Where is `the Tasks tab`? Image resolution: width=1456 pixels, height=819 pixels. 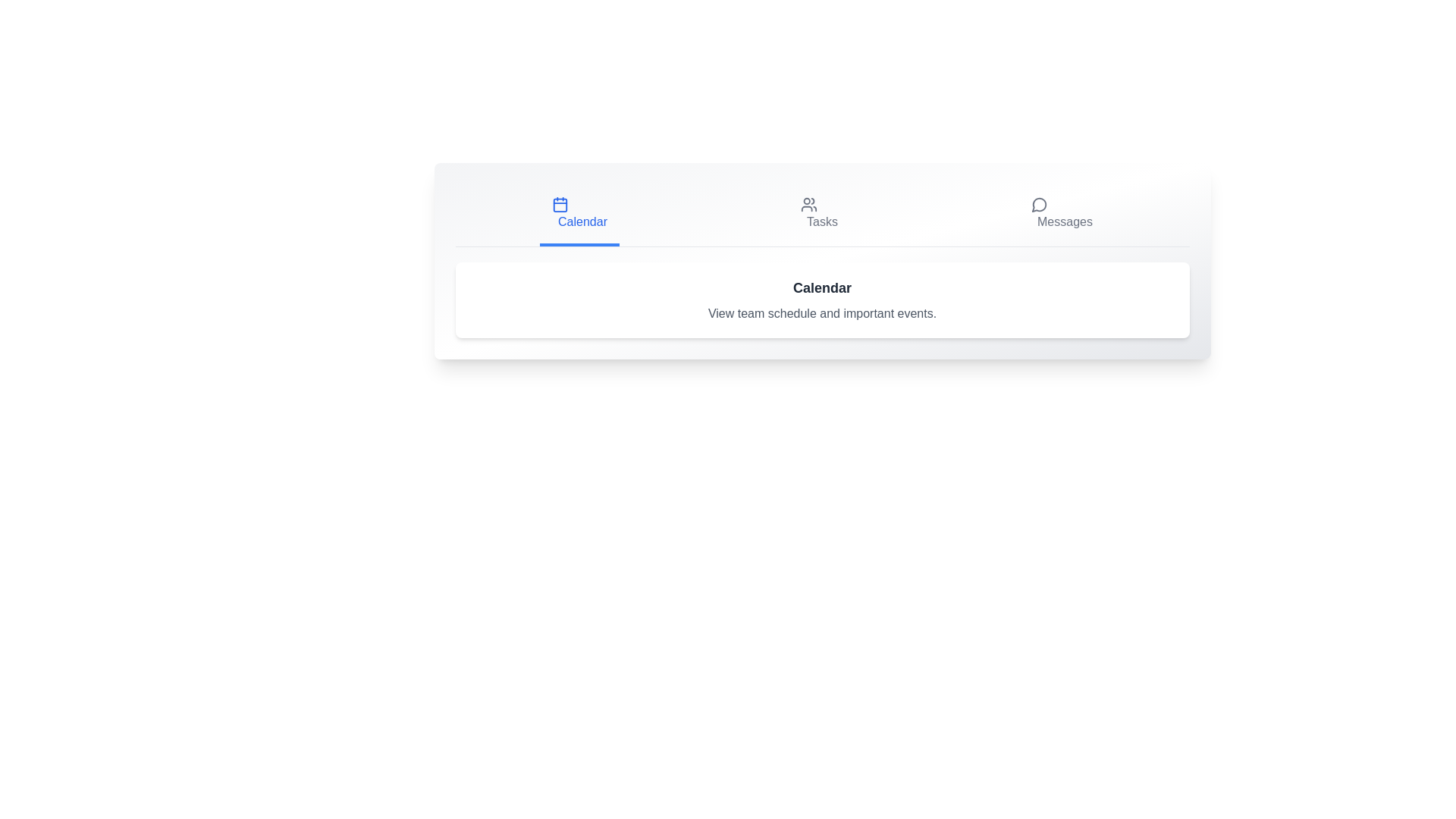 the Tasks tab is located at coordinates (818, 215).